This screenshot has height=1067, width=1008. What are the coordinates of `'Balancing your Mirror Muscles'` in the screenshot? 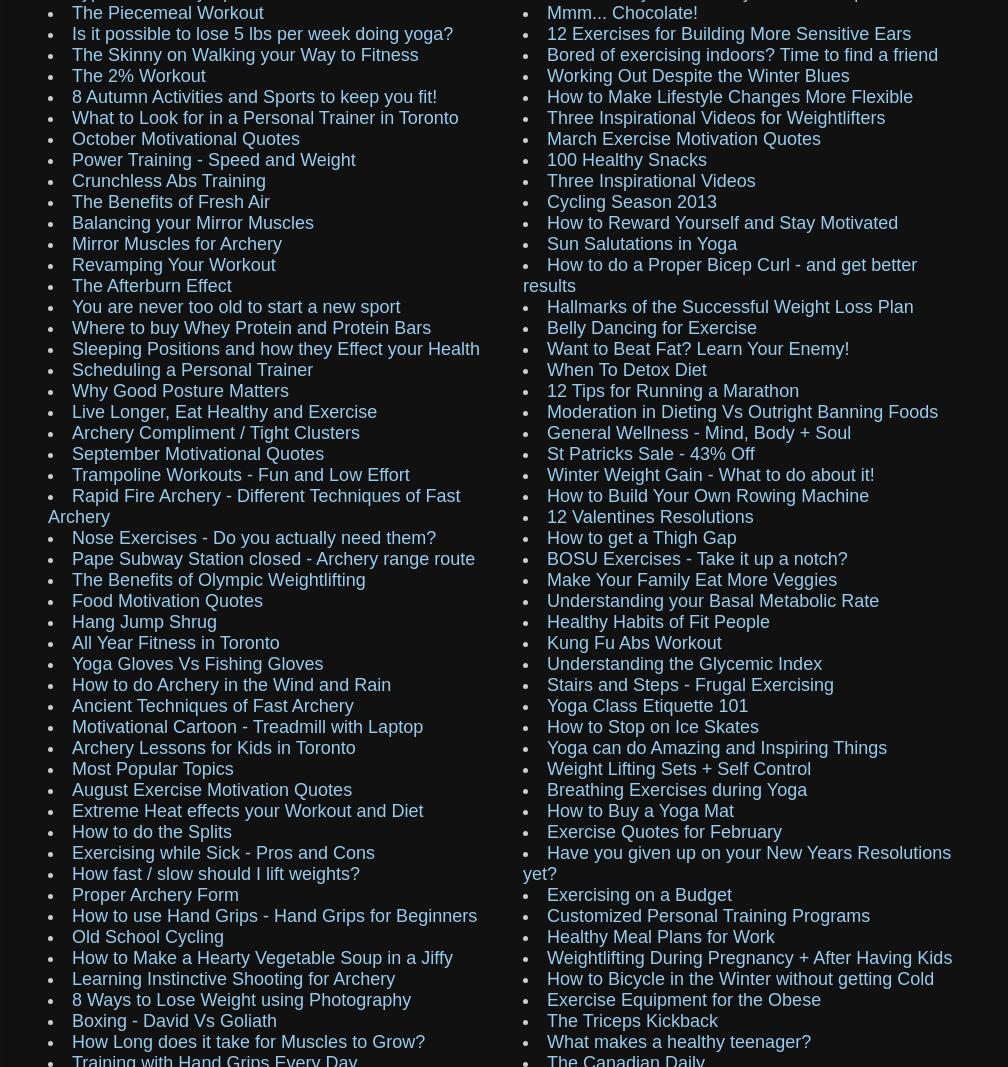 It's located at (193, 222).